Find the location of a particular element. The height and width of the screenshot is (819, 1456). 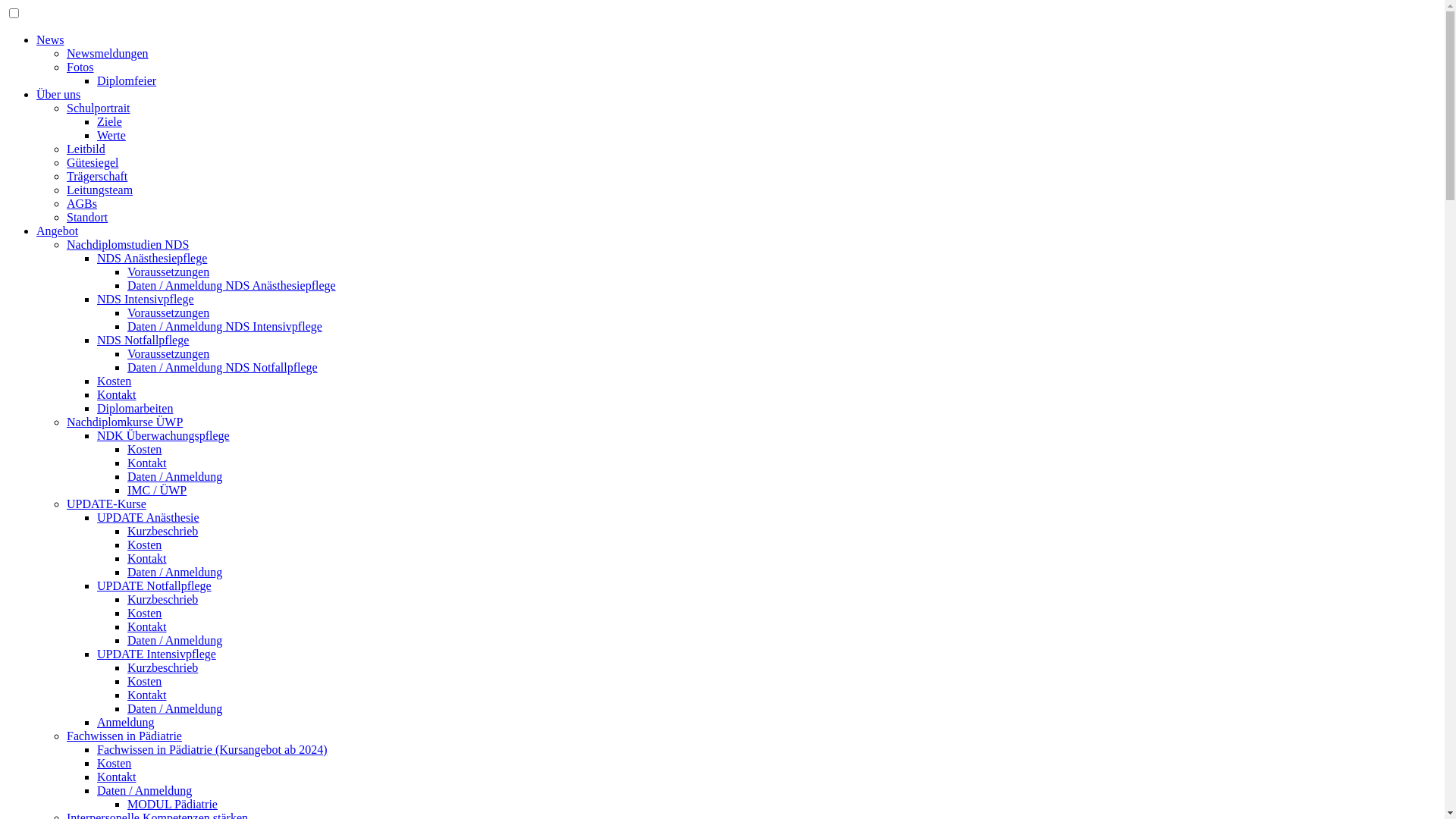

'Anmeldung' is located at coordinates (96, 721).